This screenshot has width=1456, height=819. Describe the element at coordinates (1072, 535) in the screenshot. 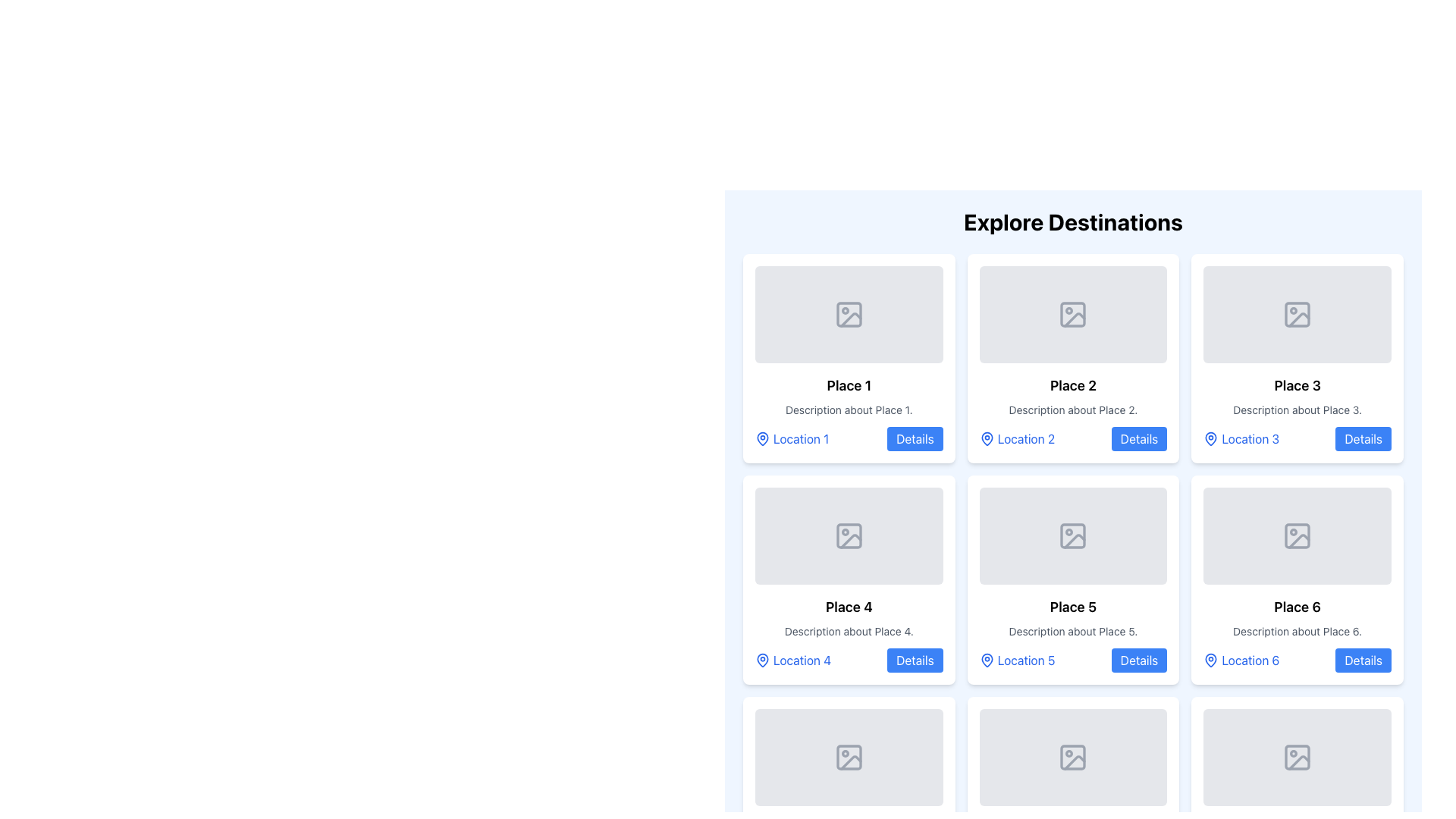

I see `the decorative graphic element located in the center of the image placeholder in the 'Place 5' box` at that location.